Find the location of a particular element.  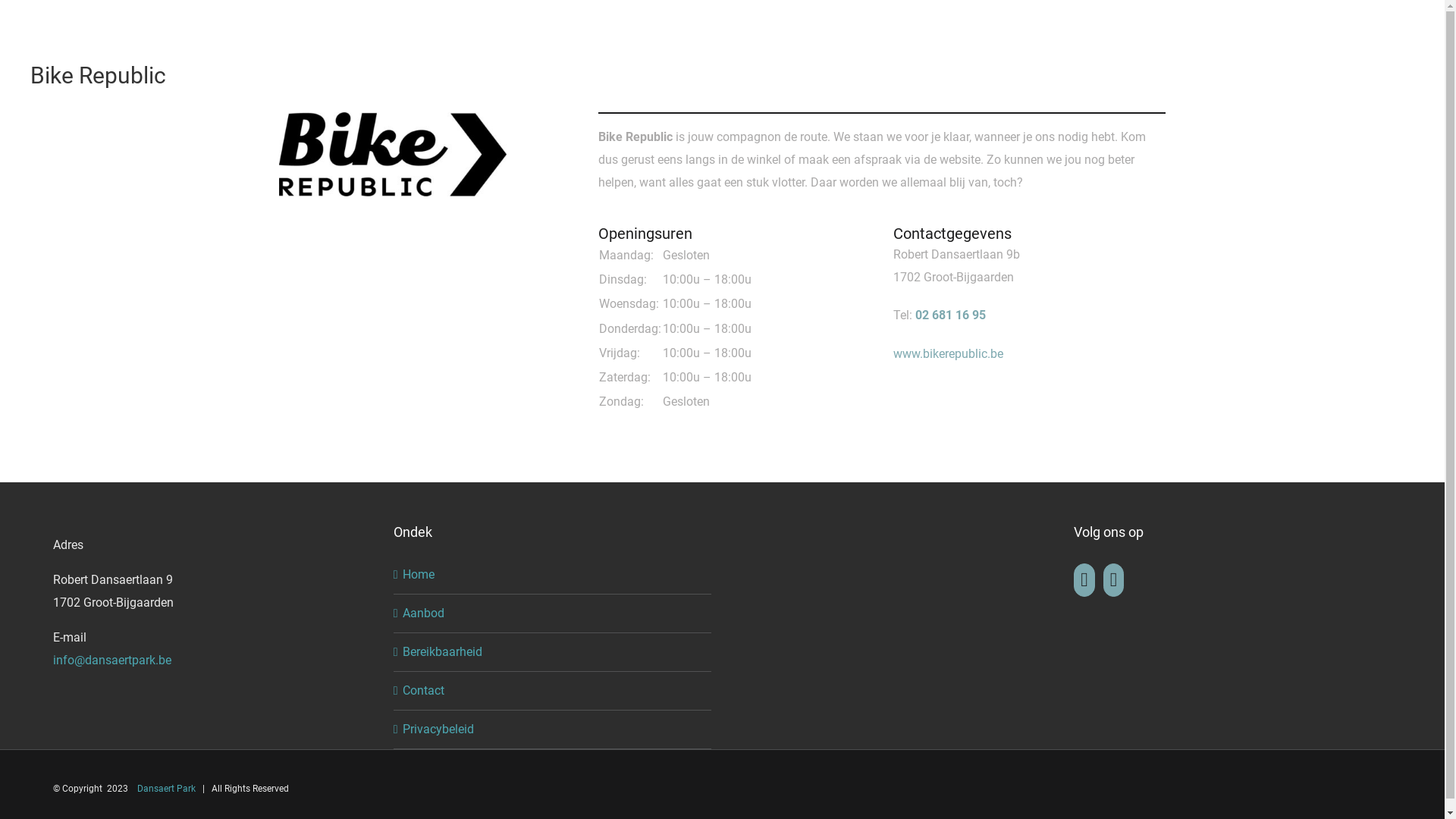

'Dansaert Park' is located at coordinates (166, 788).